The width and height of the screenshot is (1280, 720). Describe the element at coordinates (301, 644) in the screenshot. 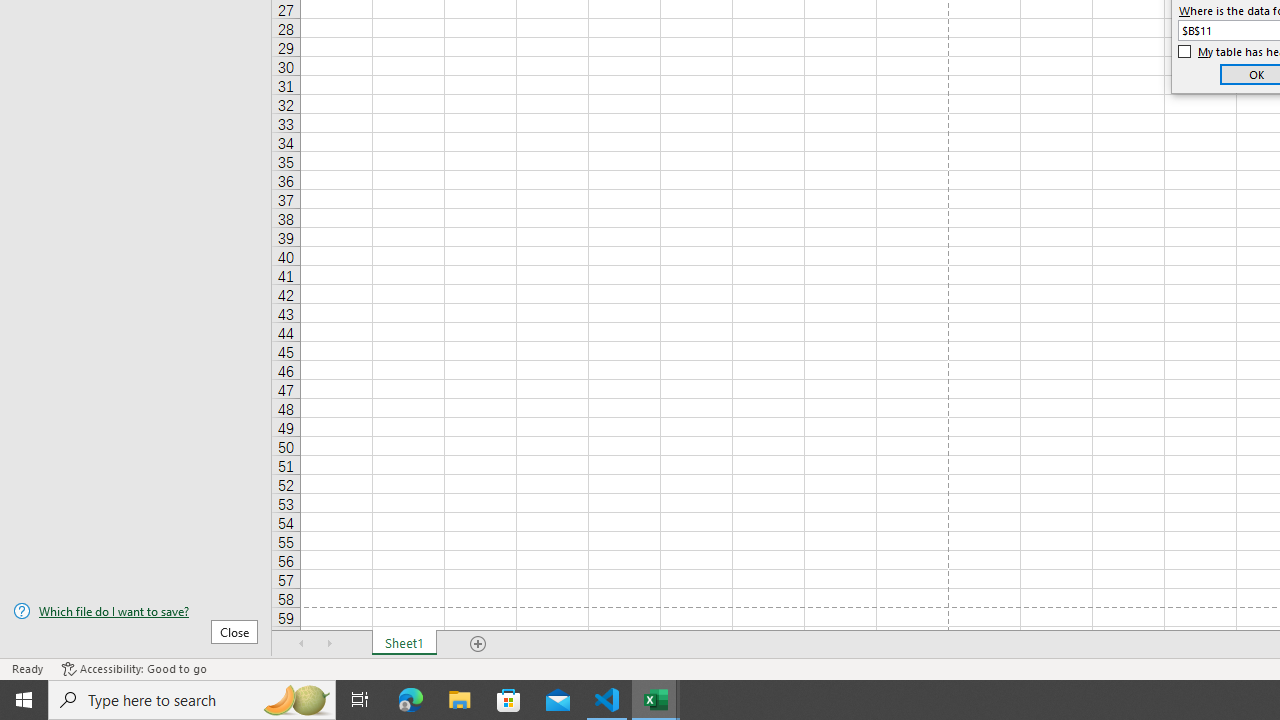

I see `'Scroll Left'` at that location.